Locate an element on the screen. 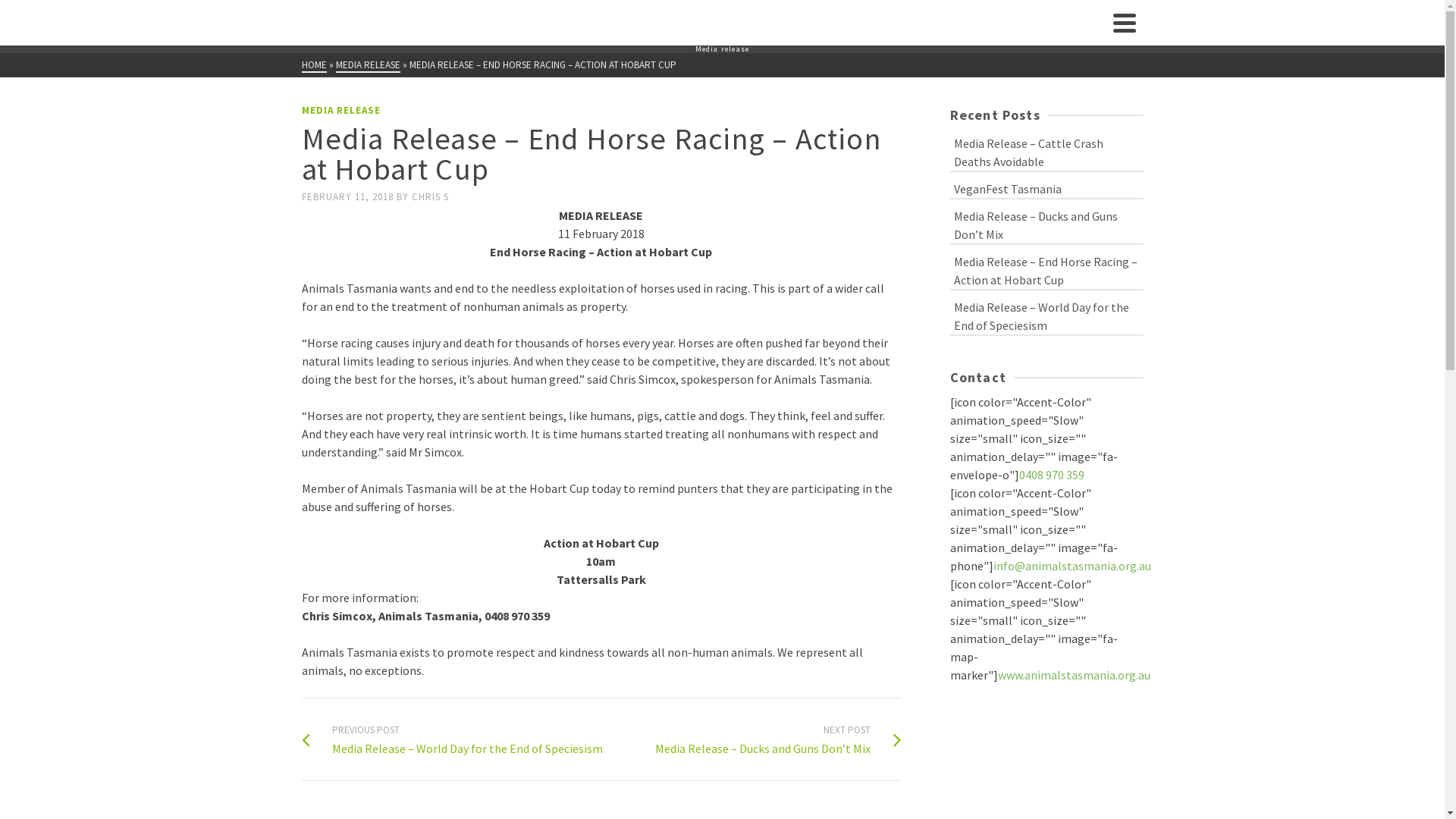 The width and height of the screenshot is (1456, 819). 'MEDIA RELEASE' is located at coordinates (334, 64).